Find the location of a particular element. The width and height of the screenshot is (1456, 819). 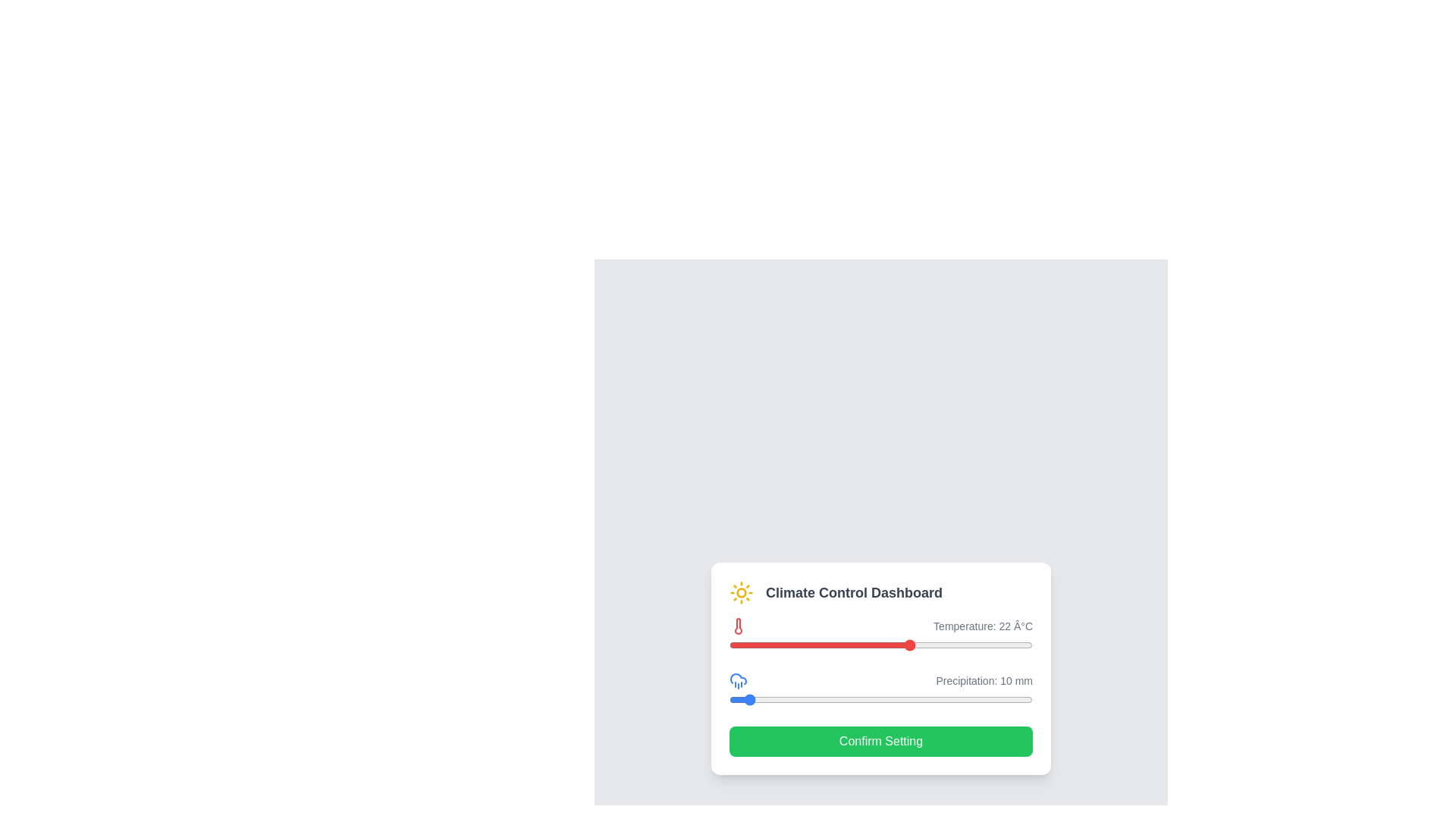

the precipitation slider to 147 mm is located at coordinates (952, 699).